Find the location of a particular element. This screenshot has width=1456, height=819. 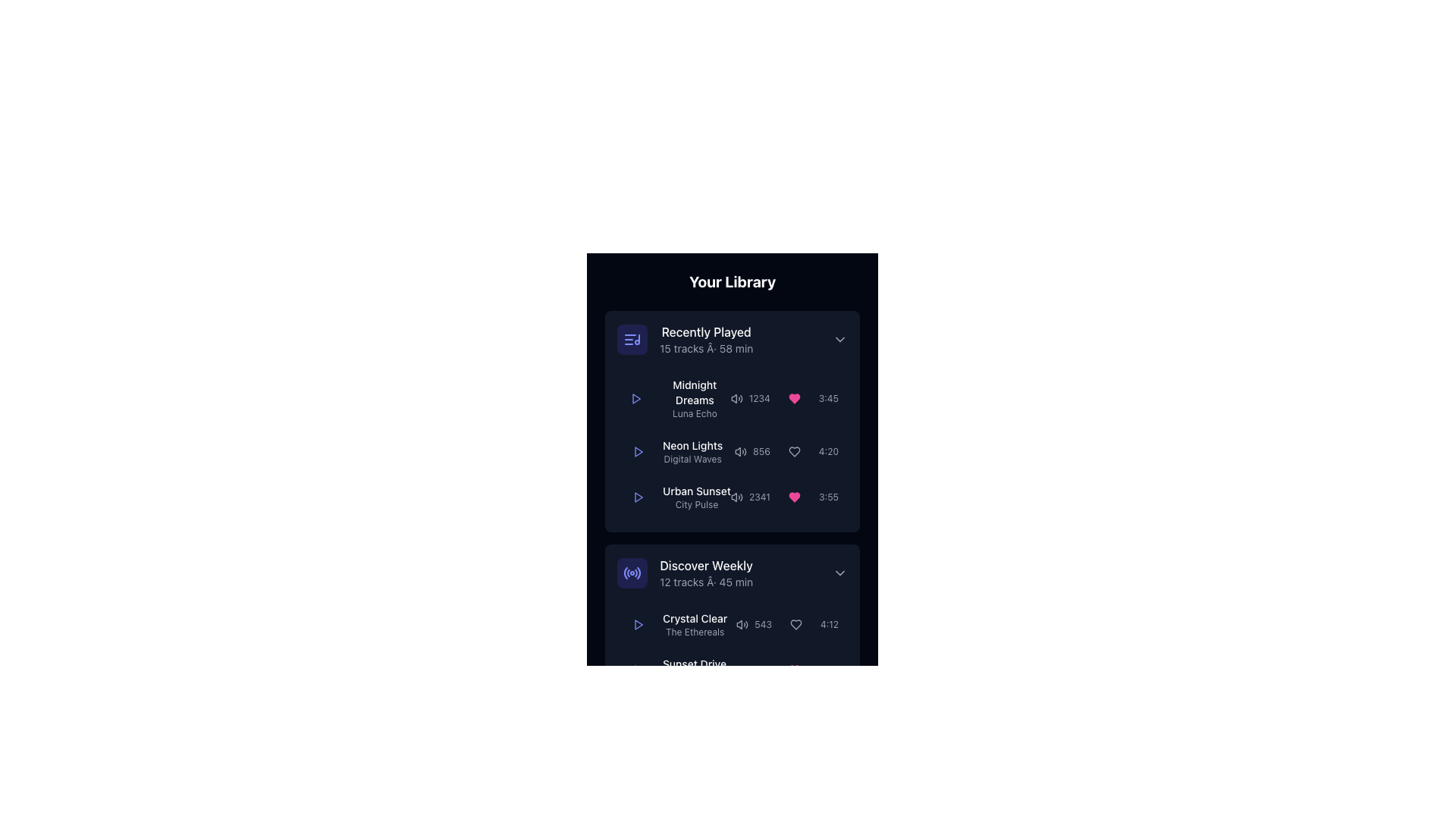

text from the label displaying 'Neon Lights' and 'Digital Waves', which is the second item in the 'Recently Played' section of the list is located at coordinates (673, 451).